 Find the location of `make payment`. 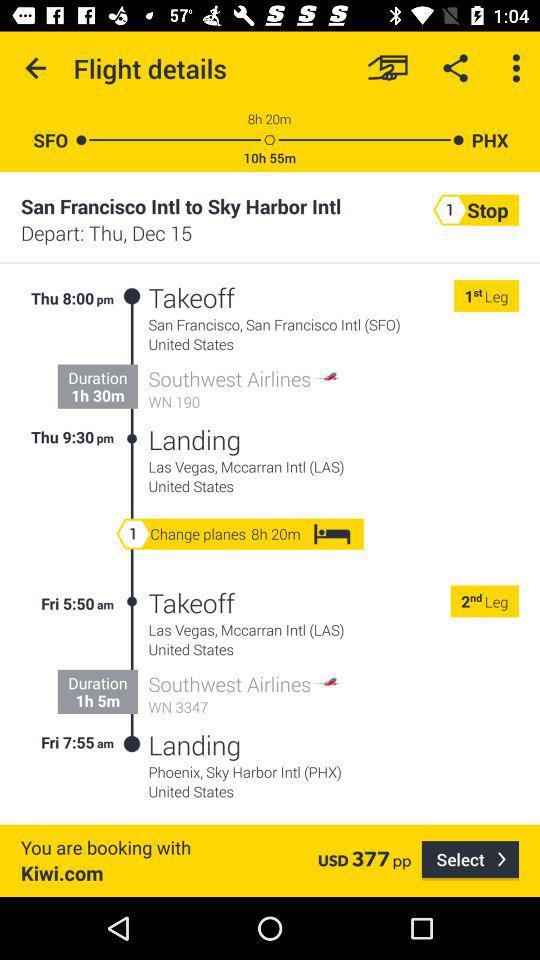

make payment is located at coordinates (387, 68).